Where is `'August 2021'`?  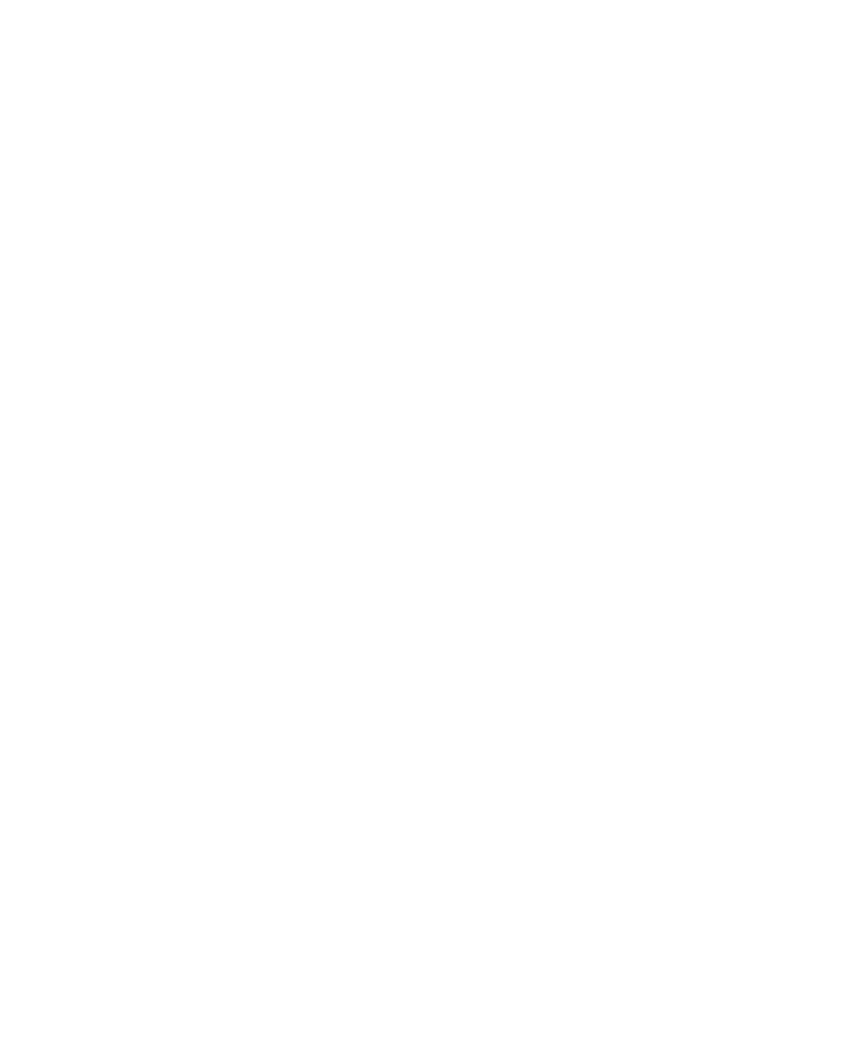
'August 2021' is located at coordinates (89, 852).